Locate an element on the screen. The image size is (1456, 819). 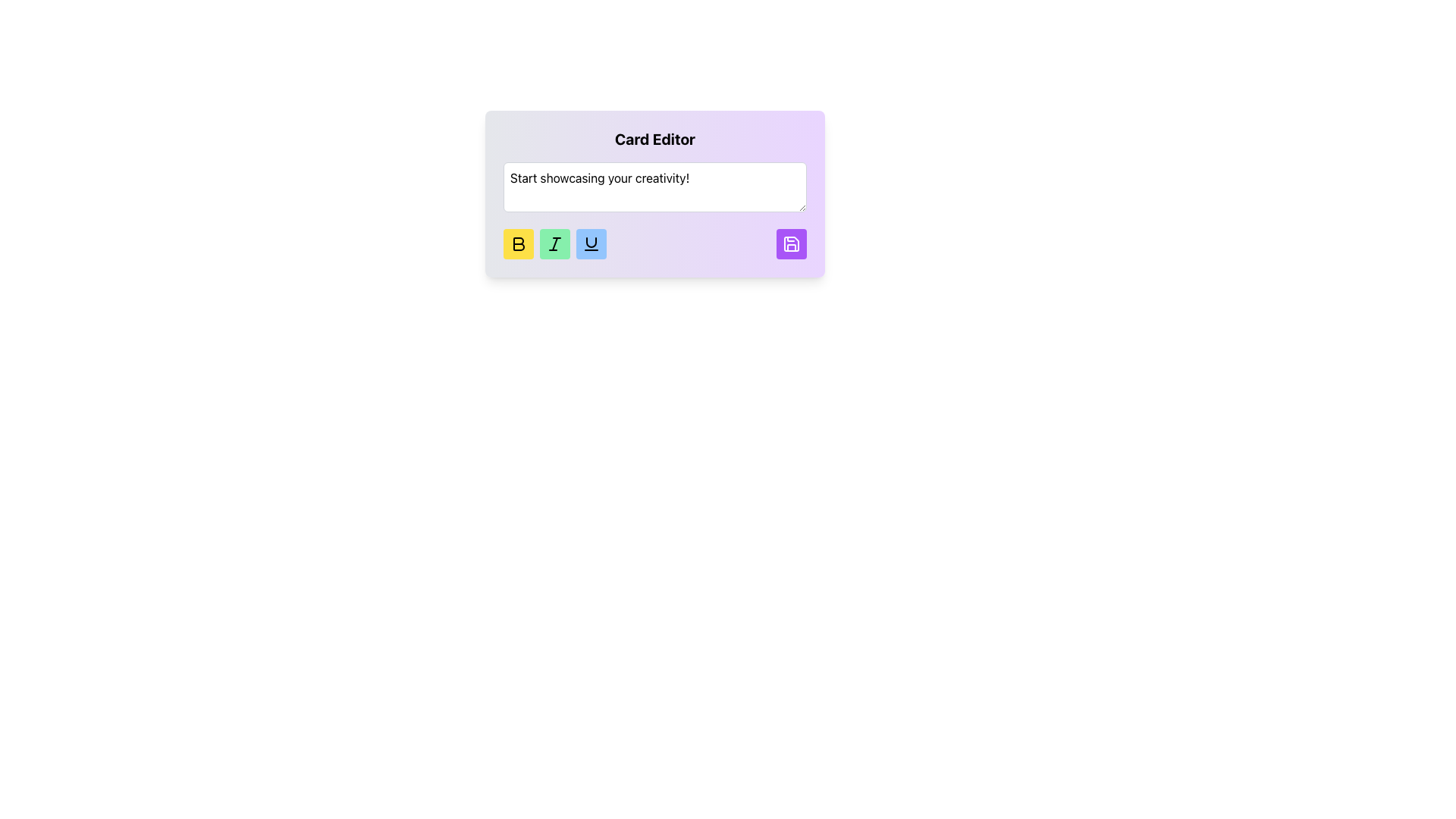
the bold icon depicted as the letter 'B' in a yellow square background to apply bold formatting in the Card Editor interface is located at coordinates (519, 243).